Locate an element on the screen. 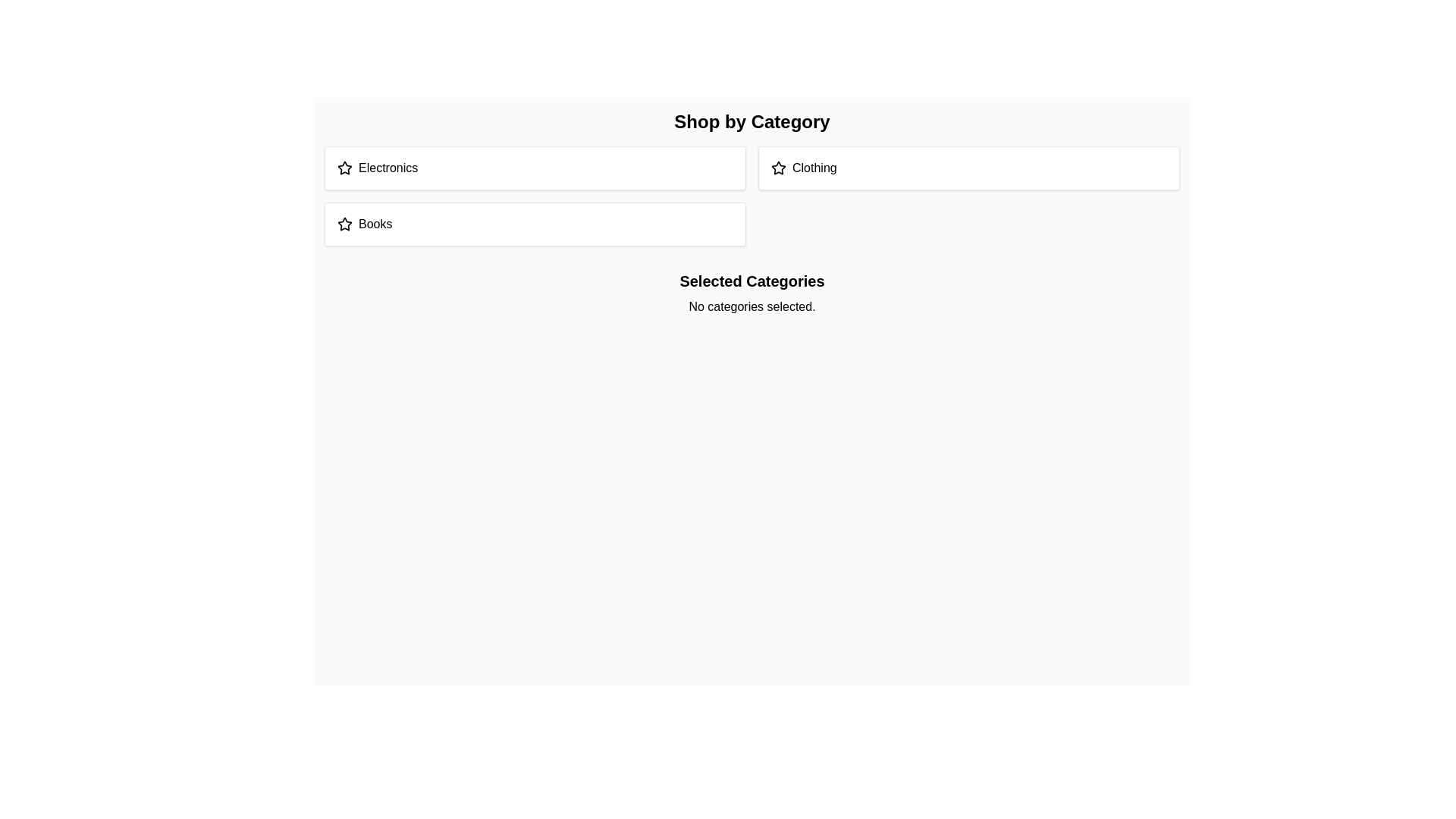 Image resolution: width=1456 pixels, height=819 pixels. the static text display that serves as a header for selected categories, located centrally below the items labeled 'Books', 'Electronics', and 'Clothing' is located at coordinates (752, 293).